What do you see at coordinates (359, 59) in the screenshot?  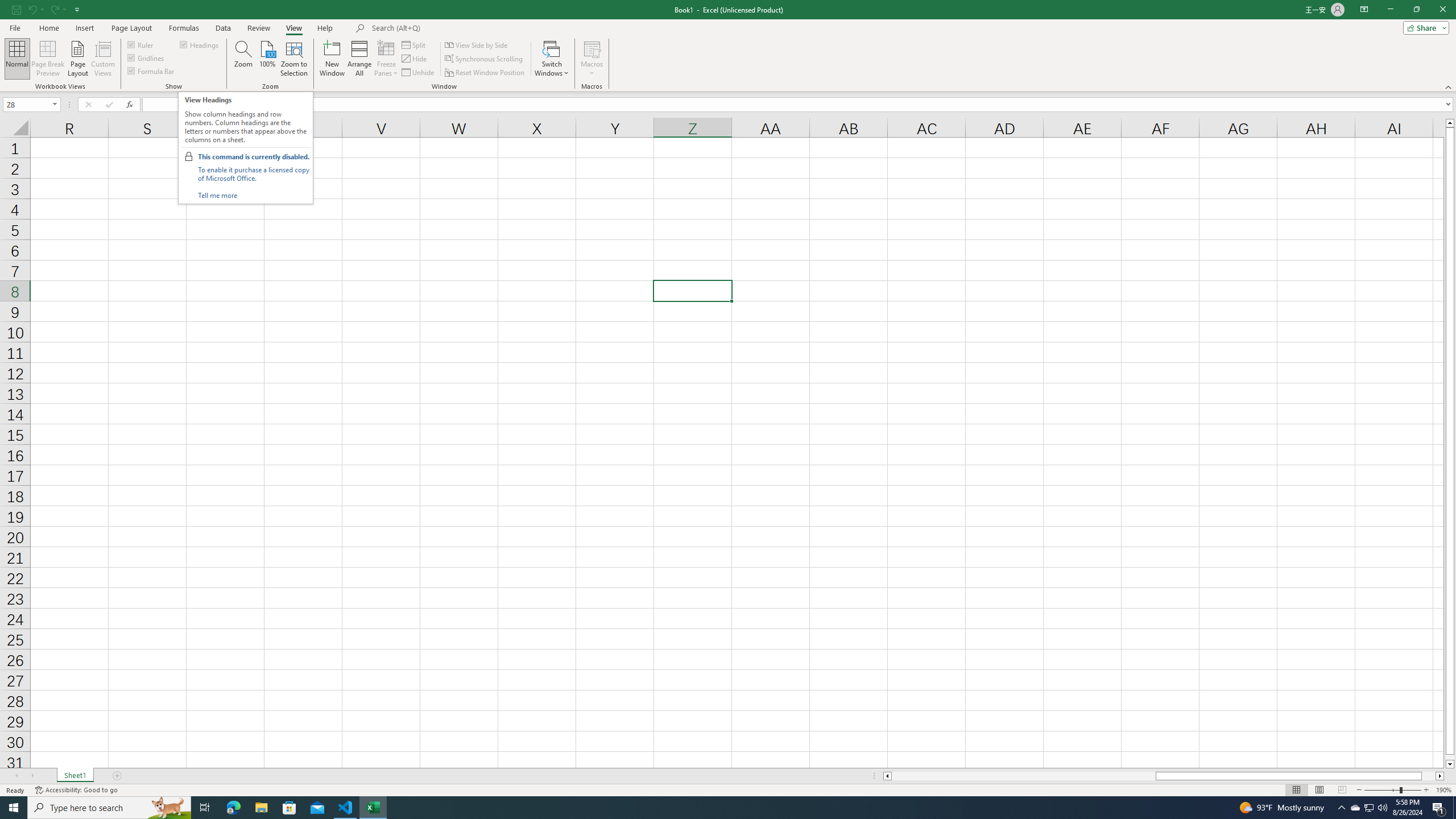 I see `'Arrange All'` at bounding box center [359, 59].